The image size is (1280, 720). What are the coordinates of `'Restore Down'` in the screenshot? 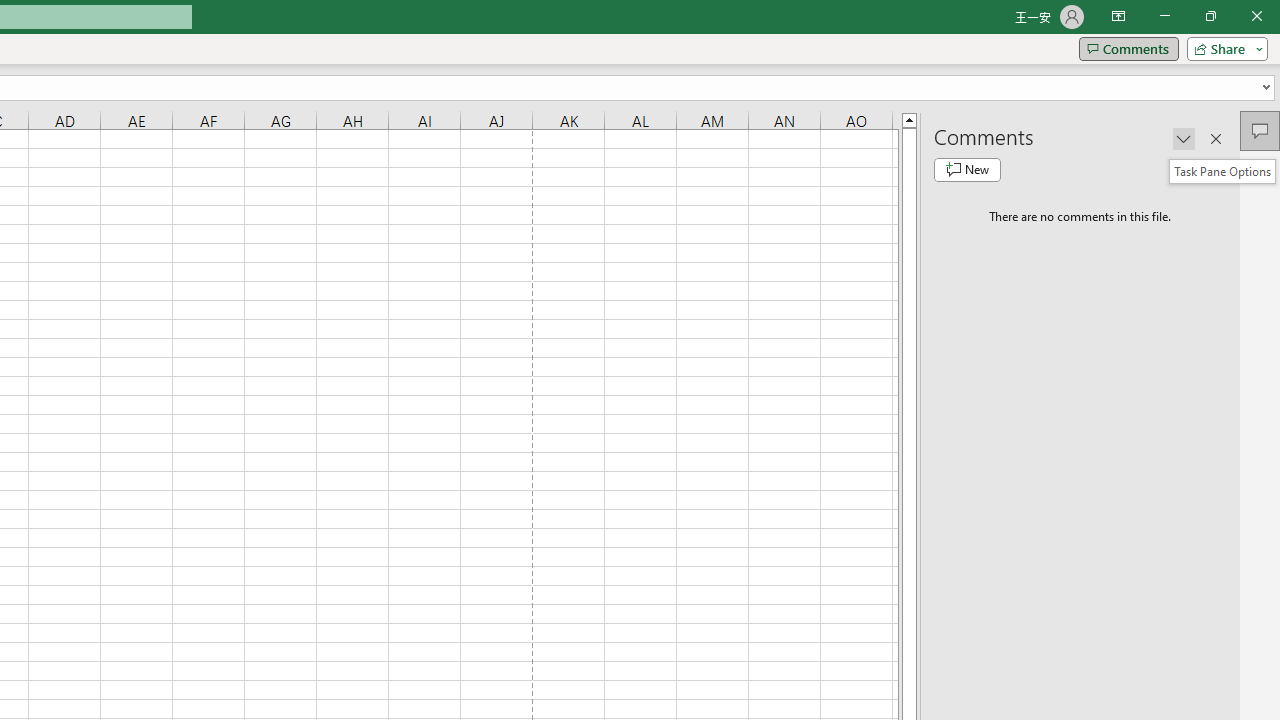 It's located at (1209, 16).